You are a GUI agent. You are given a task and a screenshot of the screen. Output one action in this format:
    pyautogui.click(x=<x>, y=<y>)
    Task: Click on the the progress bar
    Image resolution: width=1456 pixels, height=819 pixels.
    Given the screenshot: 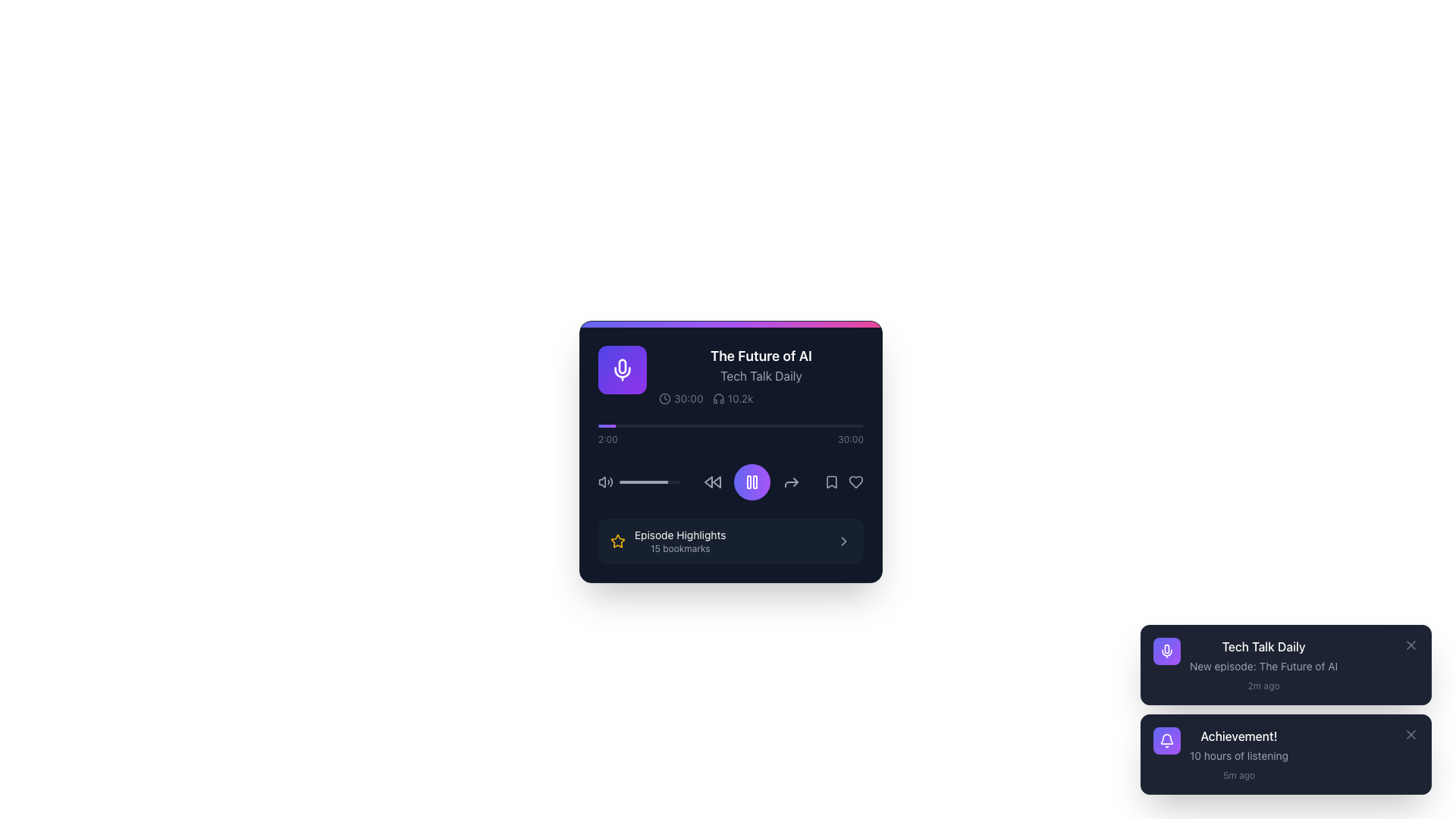 What is the action you would take?
    pyautogui.click(x=632, y=482)
    